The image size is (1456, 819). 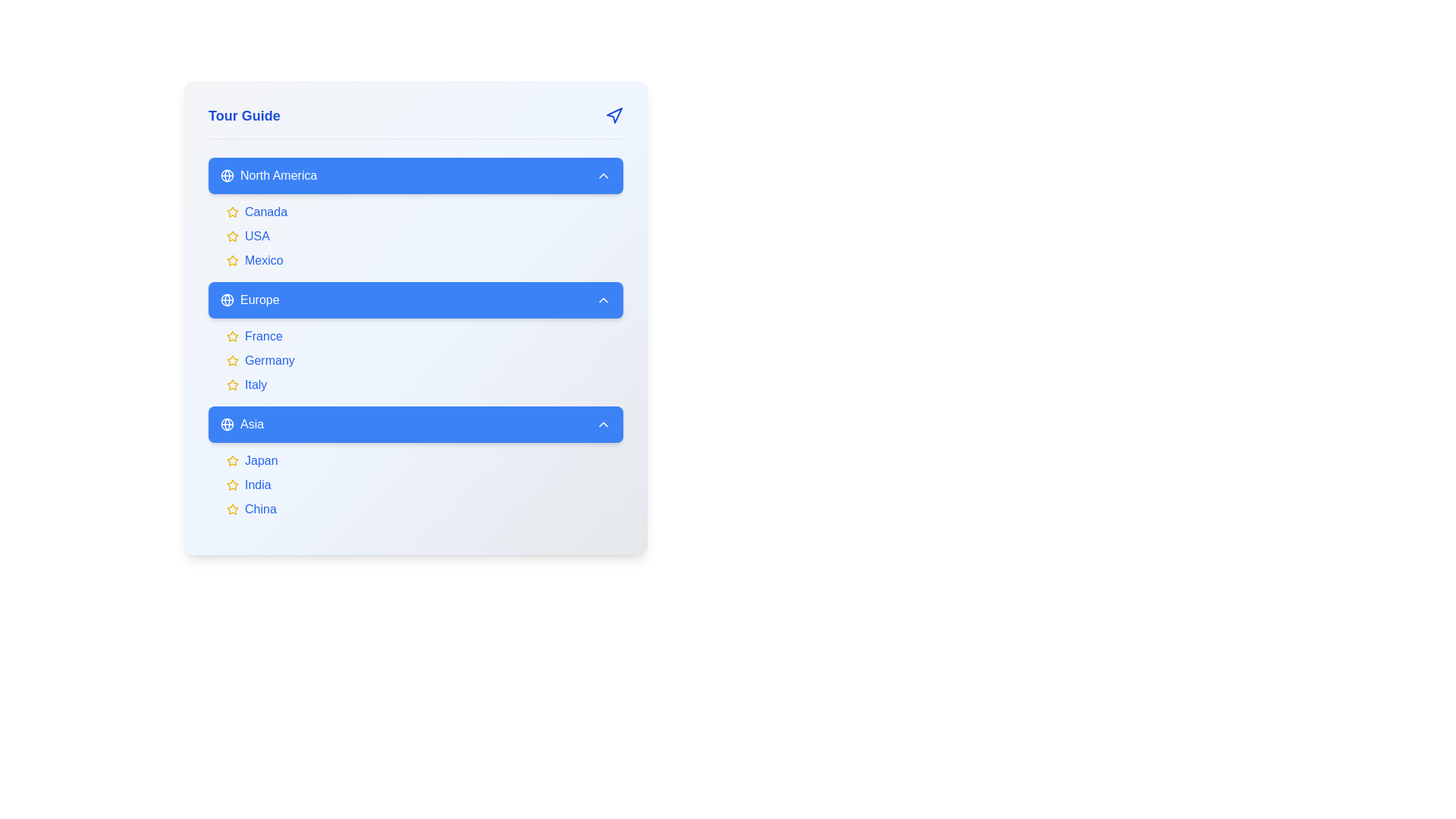 I want to click on the yellow star icon corresponding to 'China' to mark it as favorite, so click(x=232, y=509).